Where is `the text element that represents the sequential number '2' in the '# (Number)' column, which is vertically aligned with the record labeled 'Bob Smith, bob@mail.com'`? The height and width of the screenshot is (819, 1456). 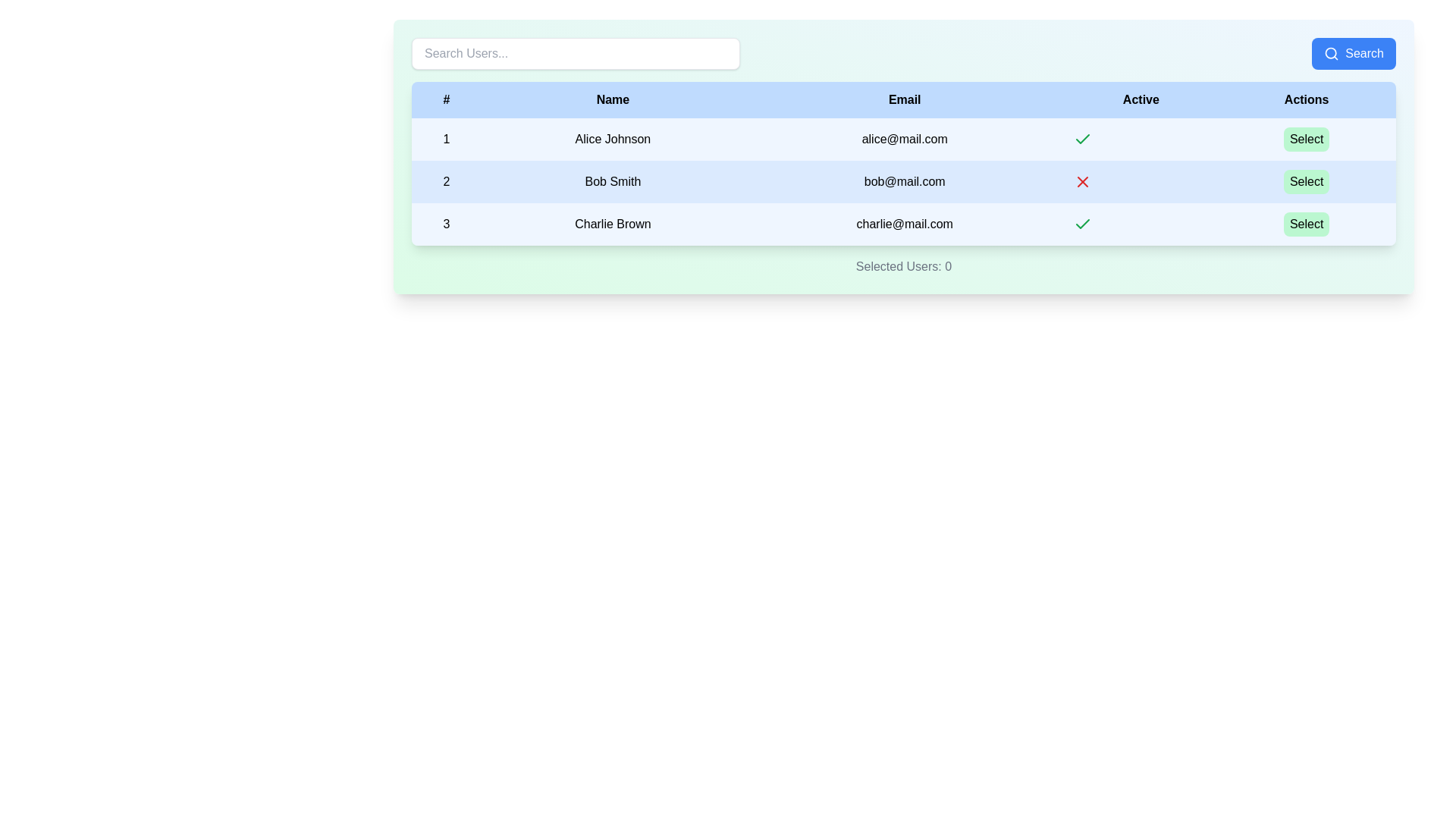
the text element that represents the sequential number '2' in the '# (Number)' column, which is vertically aligned with the record labeled 'Bob Smith, bob@mail.com' is located at coordinates (445, 180).